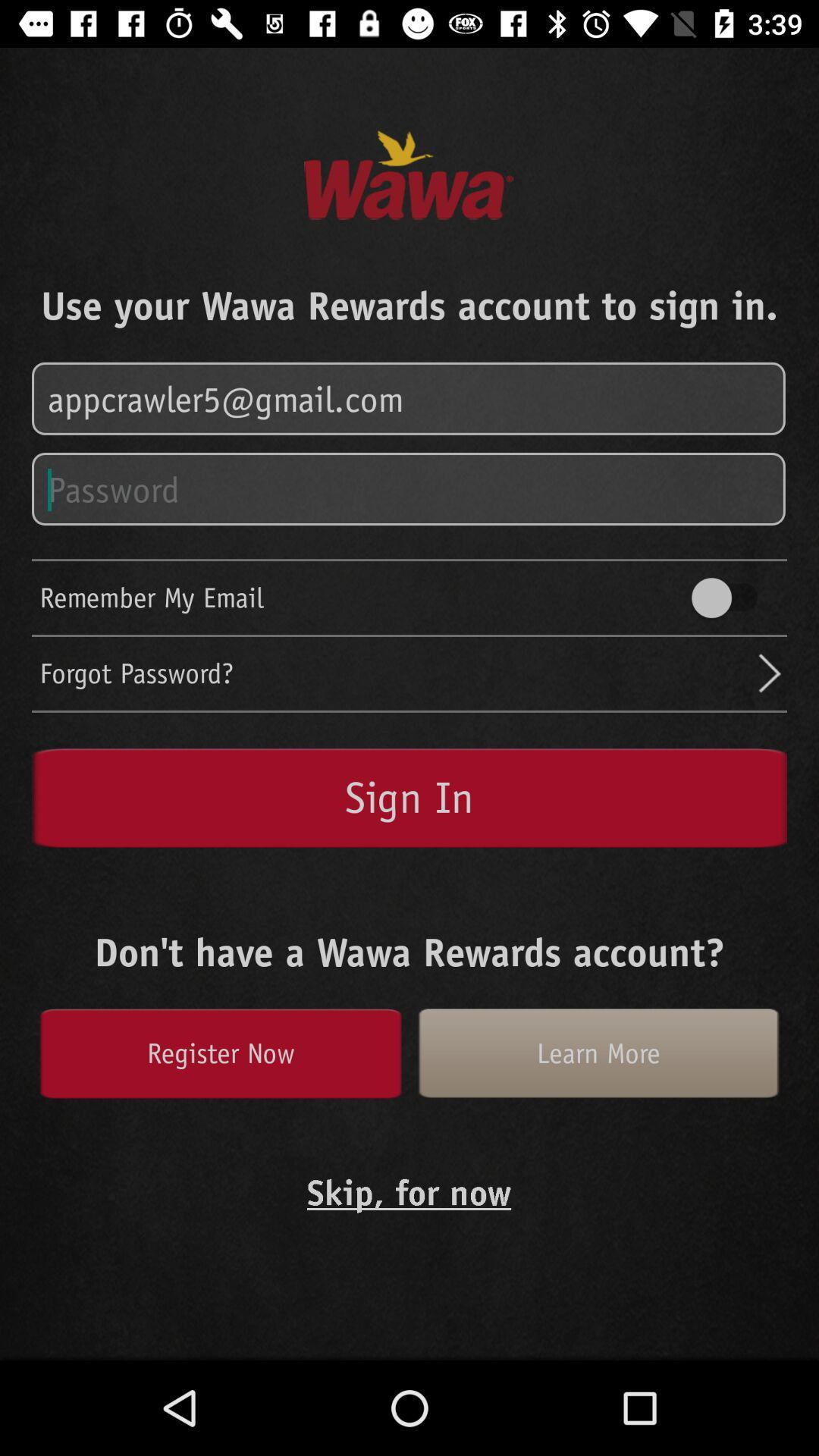 This screenshot has width=819, height=1456. What do you see at coordinates (409, 797) in the screenshot?
I see `sign in button on the page` at bounding box center [409, 797].